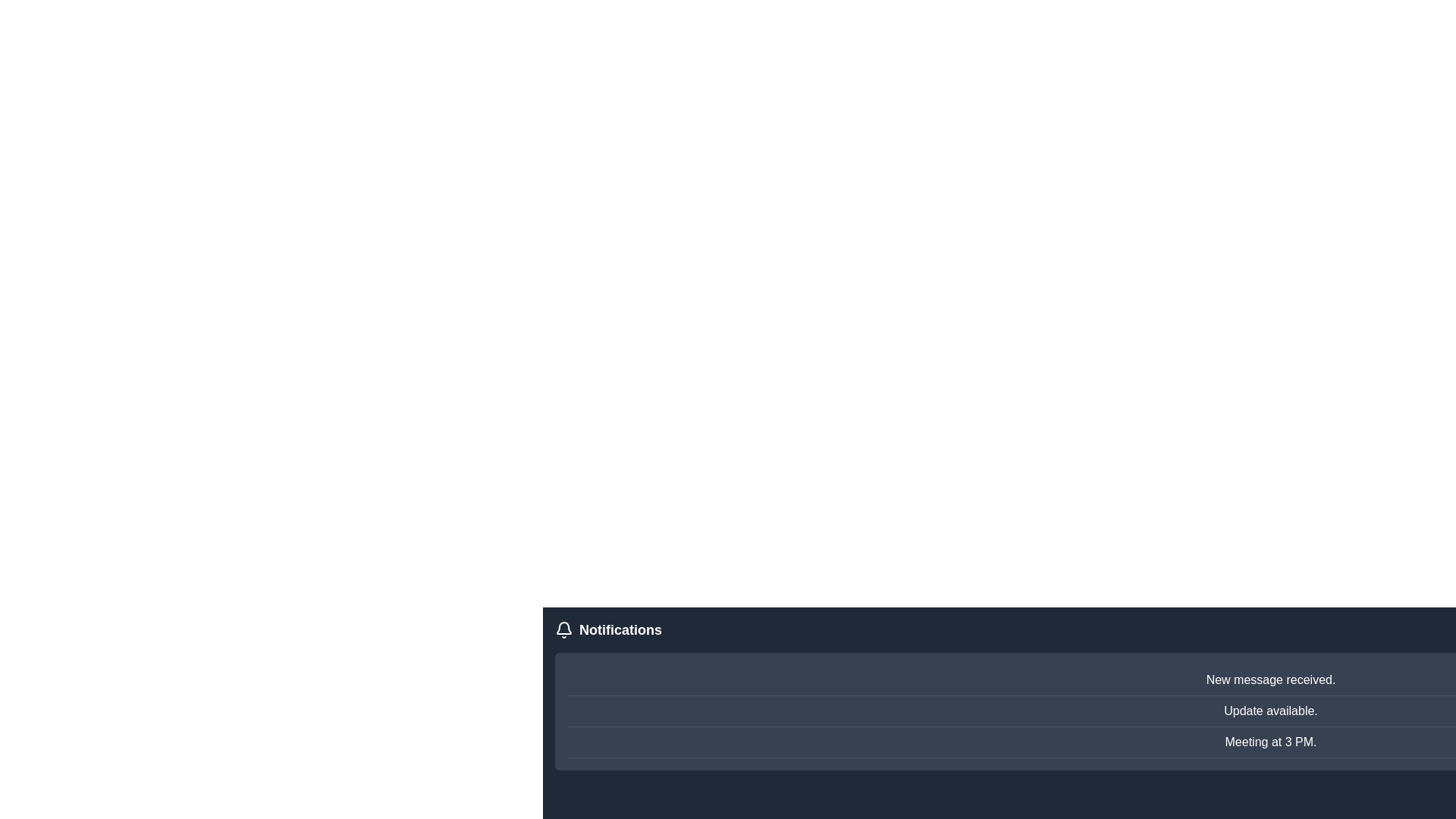 The height and width of the screenshot is (819, 1456). I want to click on label indicating the purpose of the notification section located at the top-left corner of the notification panel, so click(608, 629).